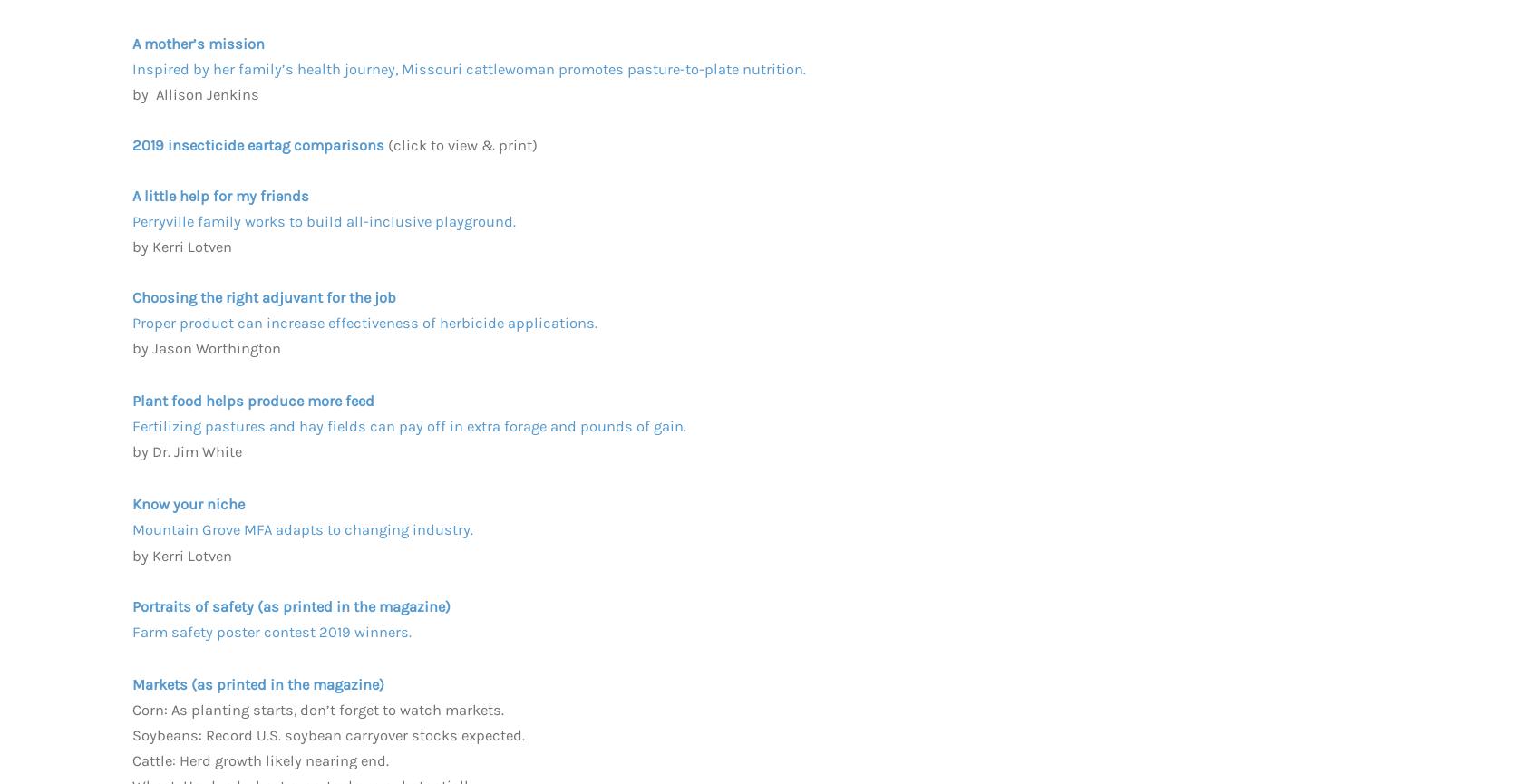 Image resolution: width=1534 pixels, height=784 pixels. What do you see at coordinates (198, 43) in the screenshot?
I see `'A mother’s mission'` at bounding box center [198, 43].